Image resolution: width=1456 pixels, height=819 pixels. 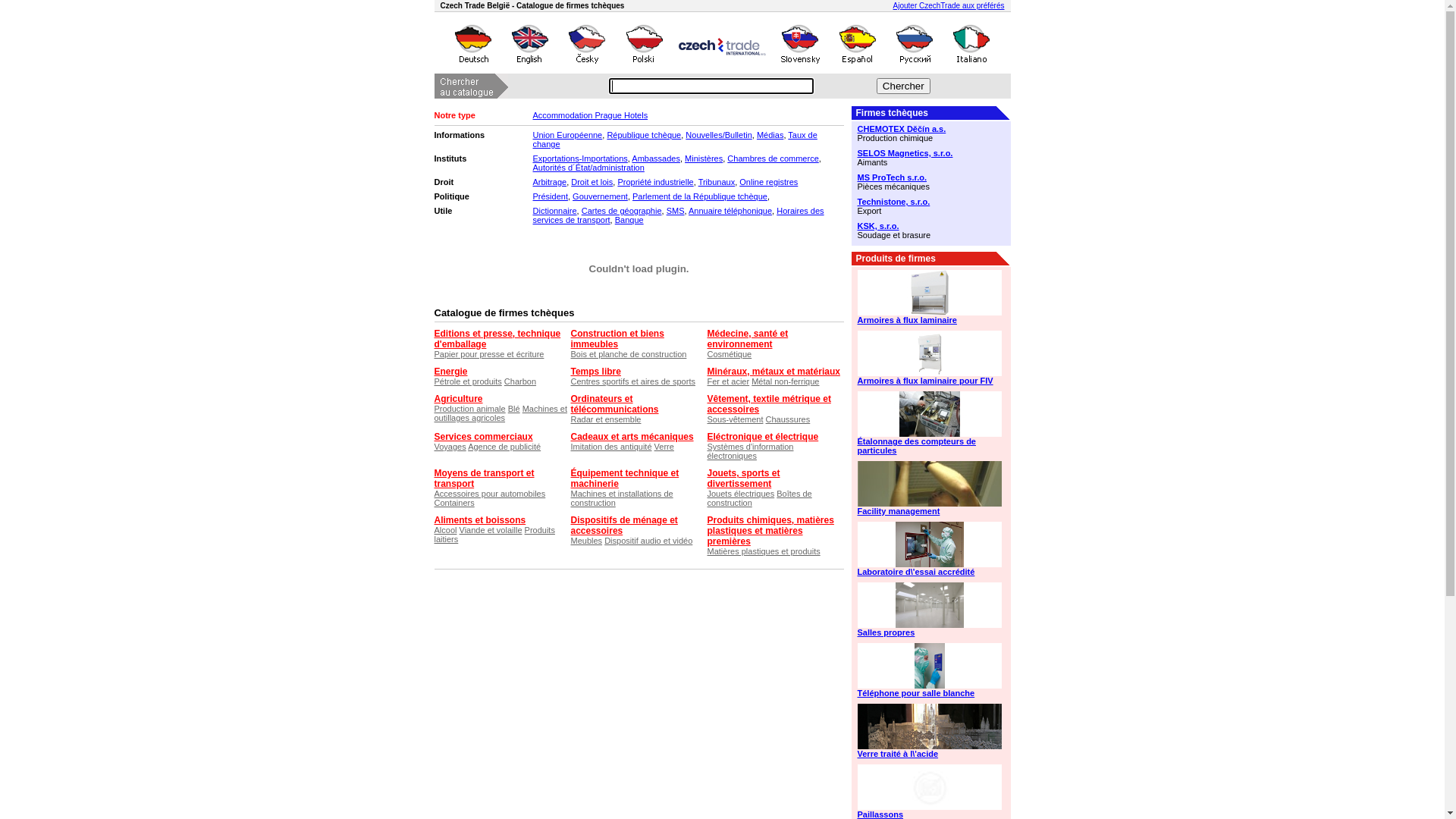 I want to click on 'MS ProTech s.r.o.', so click(x=930, y=177).